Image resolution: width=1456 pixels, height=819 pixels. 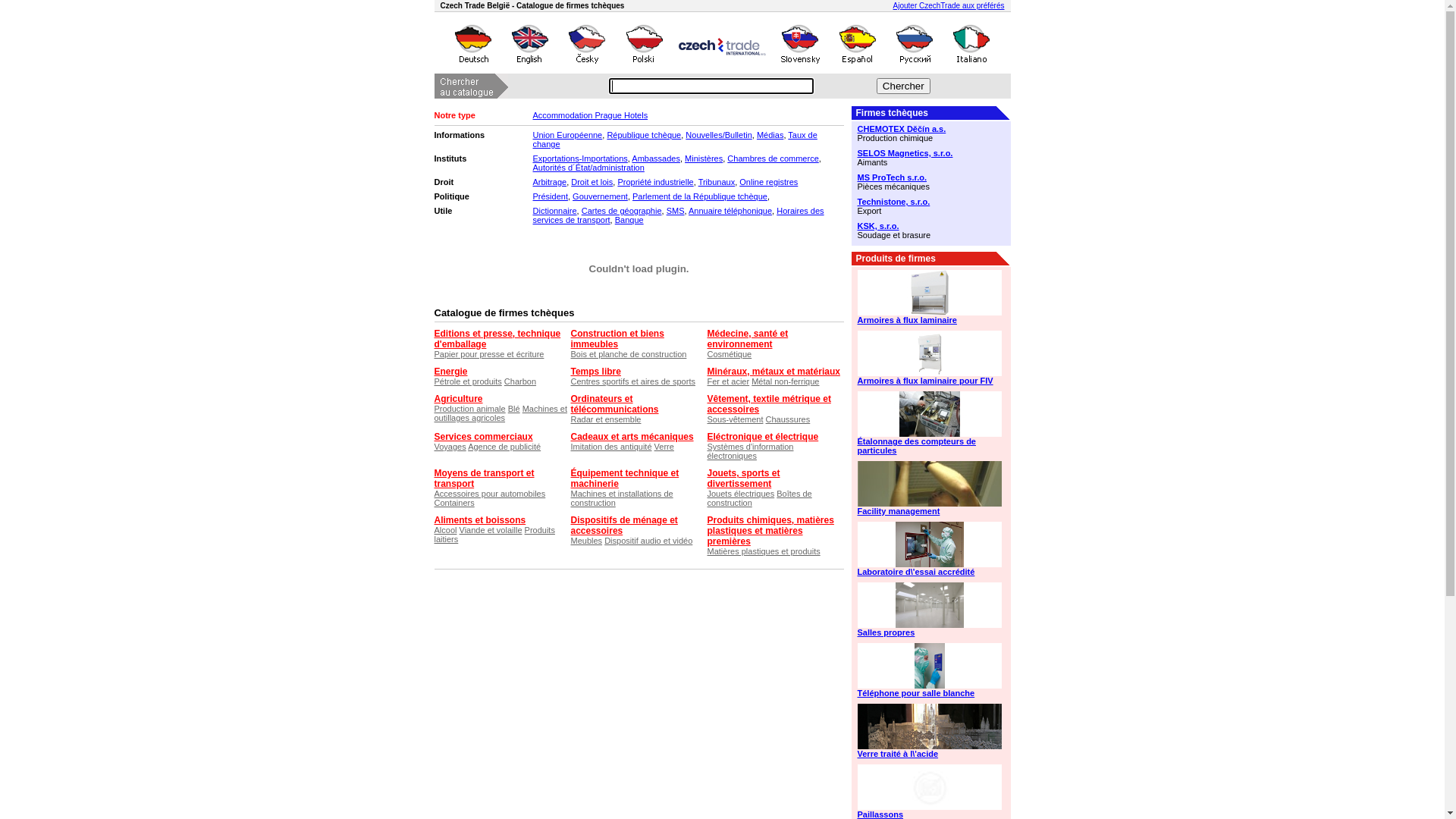 I want to click on 'MS ProTech s.r.o.', so click(x=930, y=177).